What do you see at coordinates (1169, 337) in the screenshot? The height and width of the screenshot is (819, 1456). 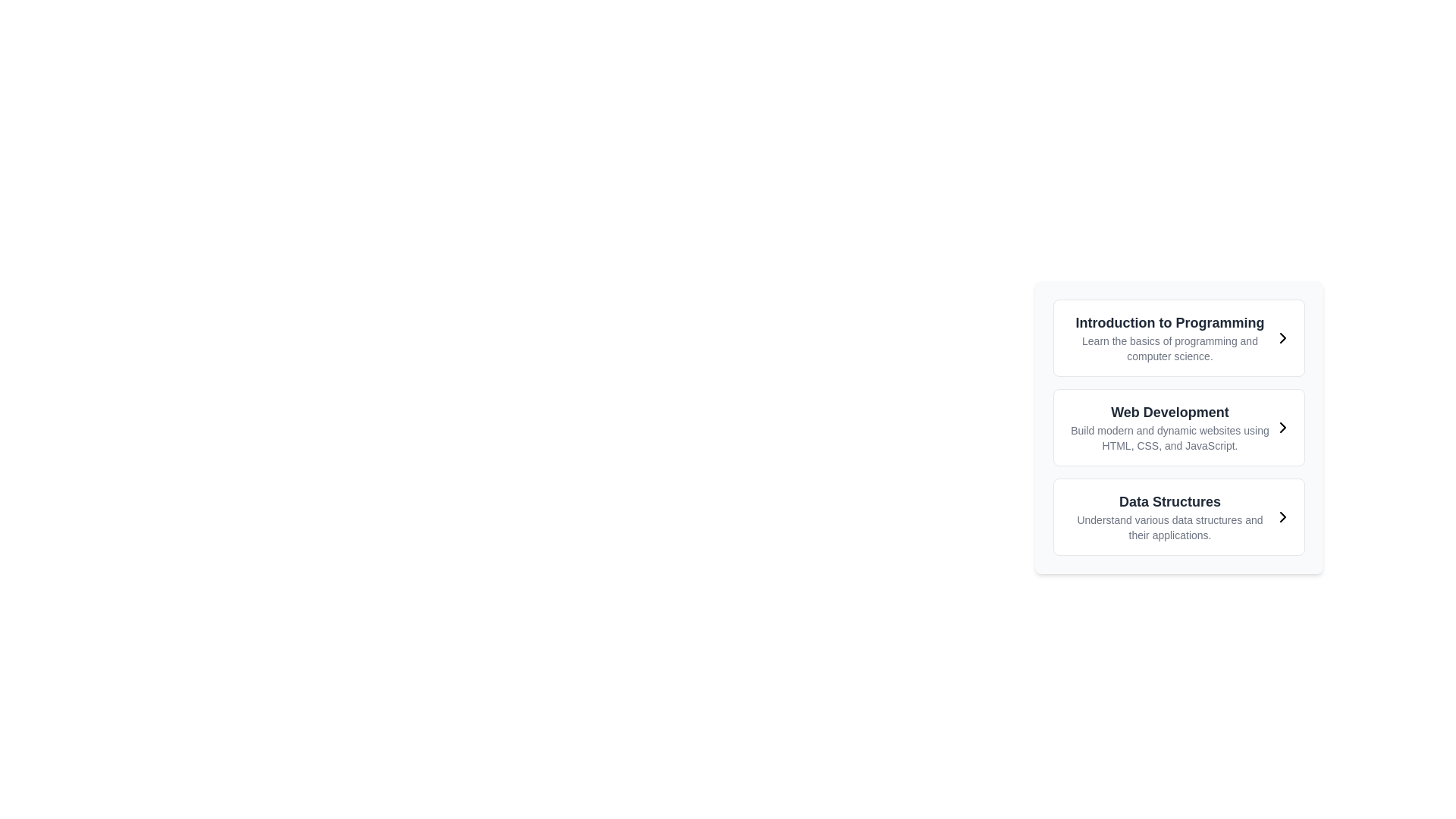 I see `the textual information block that provides concise information about a programming course for navigation` at bounding box center [1169, 337].